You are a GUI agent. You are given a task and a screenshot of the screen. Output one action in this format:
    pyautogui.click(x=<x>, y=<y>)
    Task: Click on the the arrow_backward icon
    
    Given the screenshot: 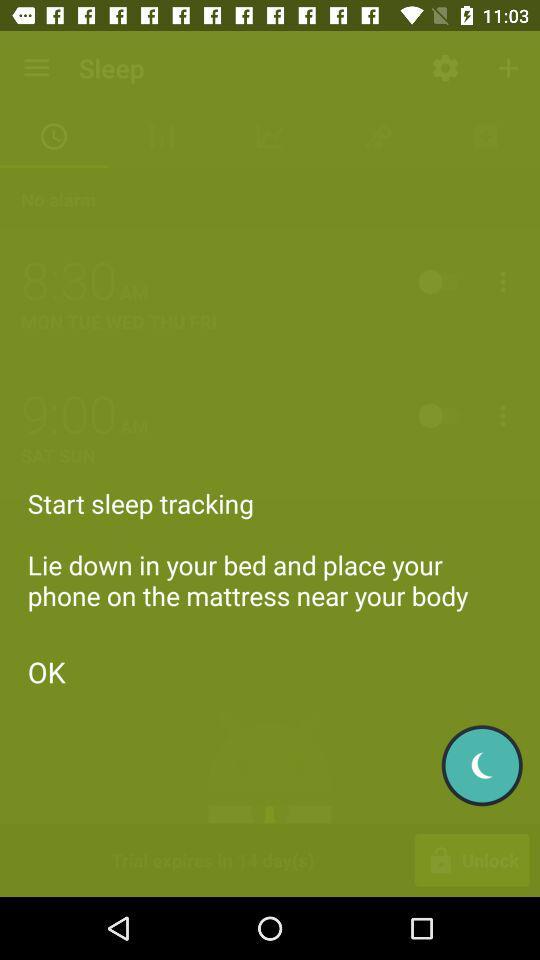 What is the action you would take?
    pyautogui.click(x=481, y=764)
    